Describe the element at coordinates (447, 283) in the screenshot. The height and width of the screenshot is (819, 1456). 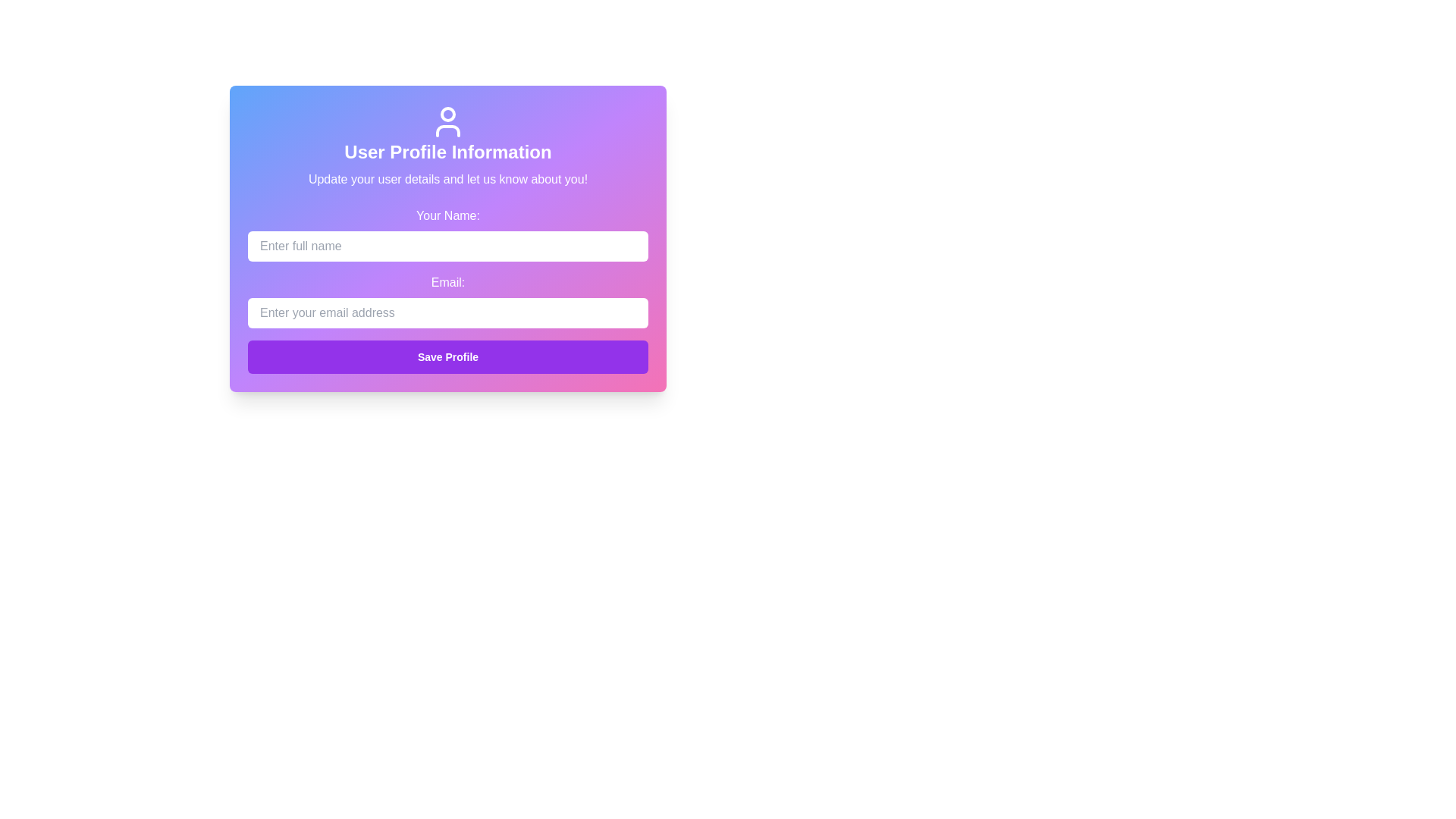
I see `the label text element that describes the email input field, which is located just above the email entry input in the modal window` at that location.